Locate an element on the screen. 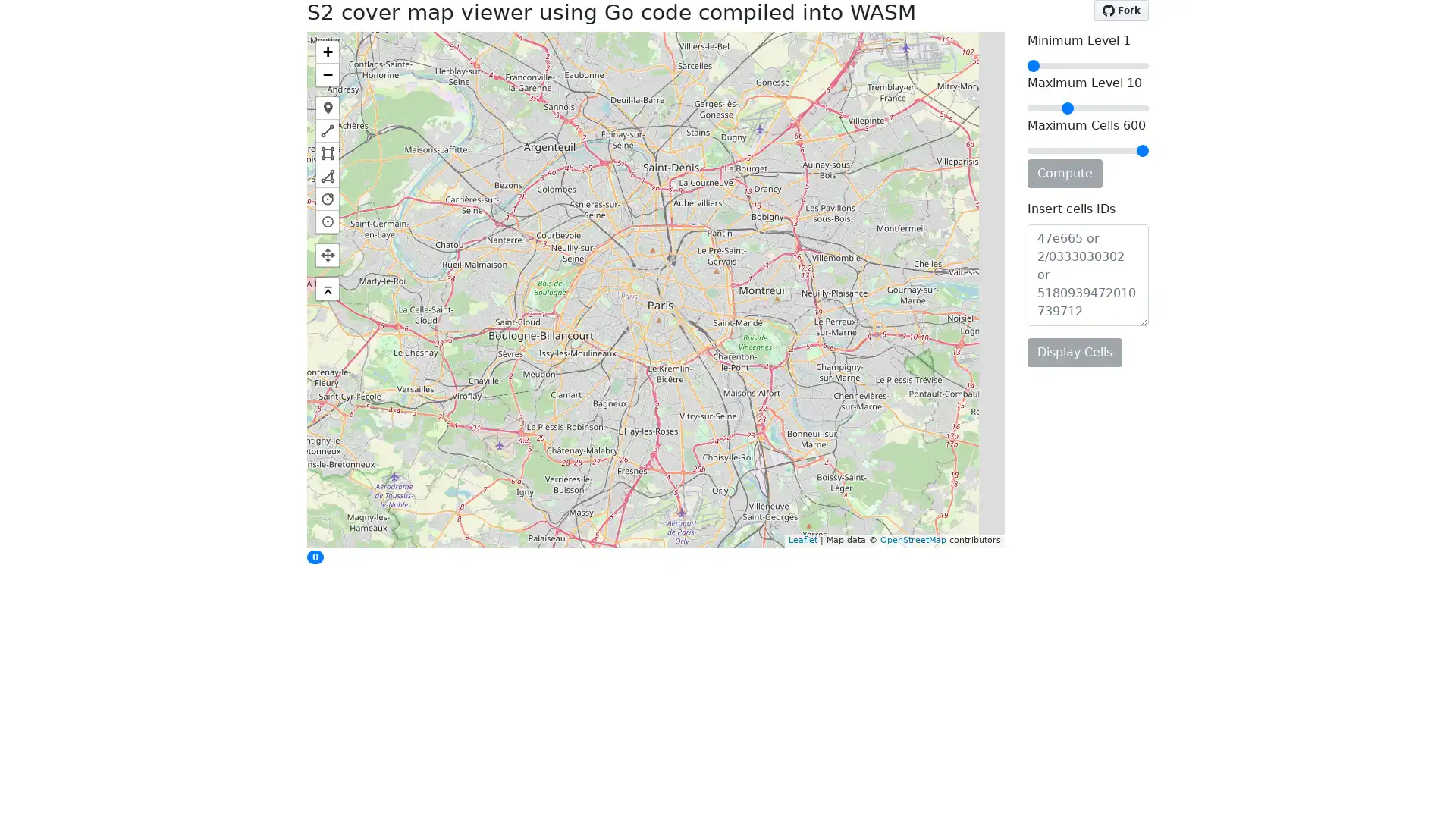 The image size is (1456, 819). Zoom in is located at coordinates (327, 51).